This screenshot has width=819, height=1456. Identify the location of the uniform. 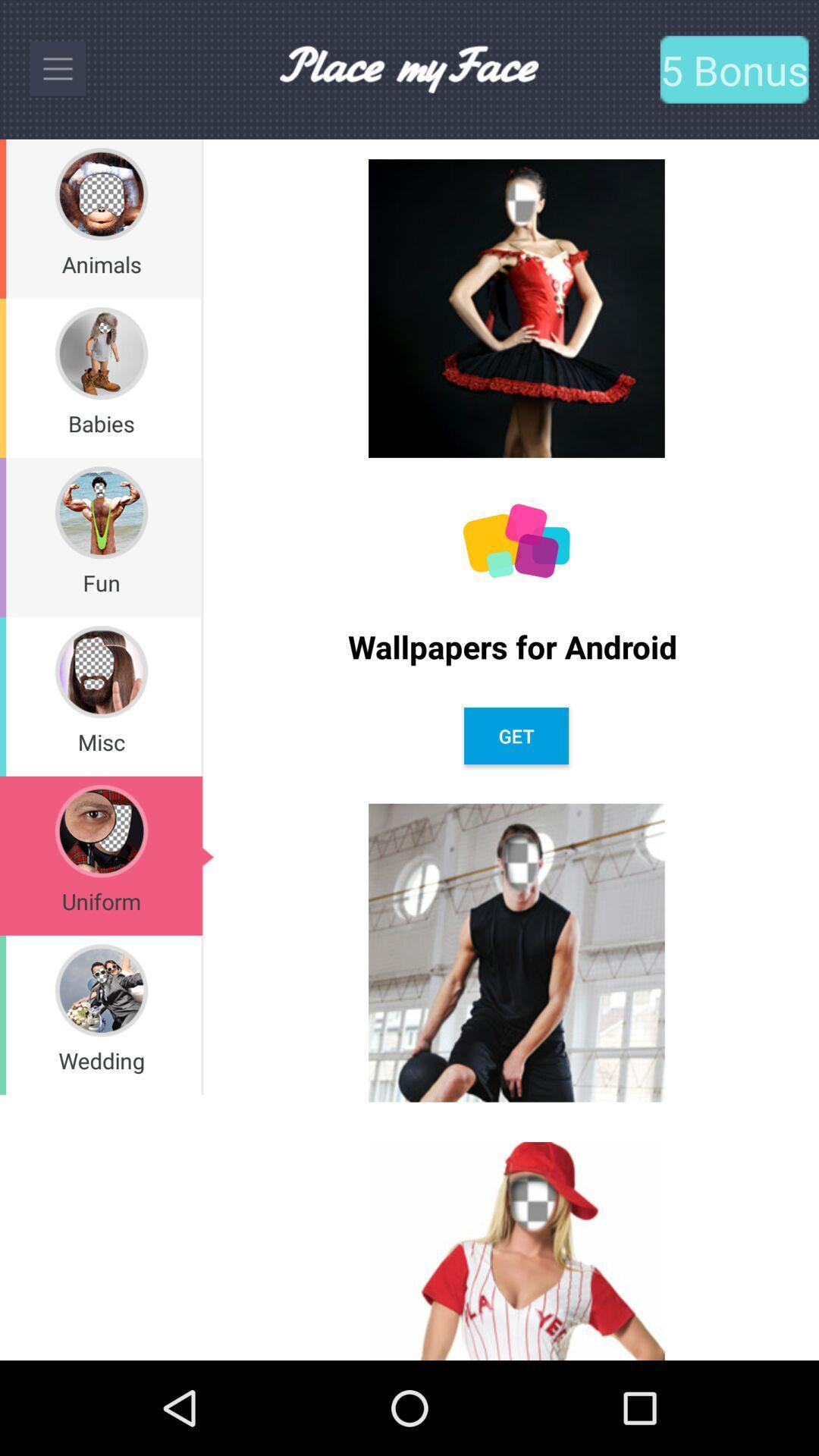
(101, 901).